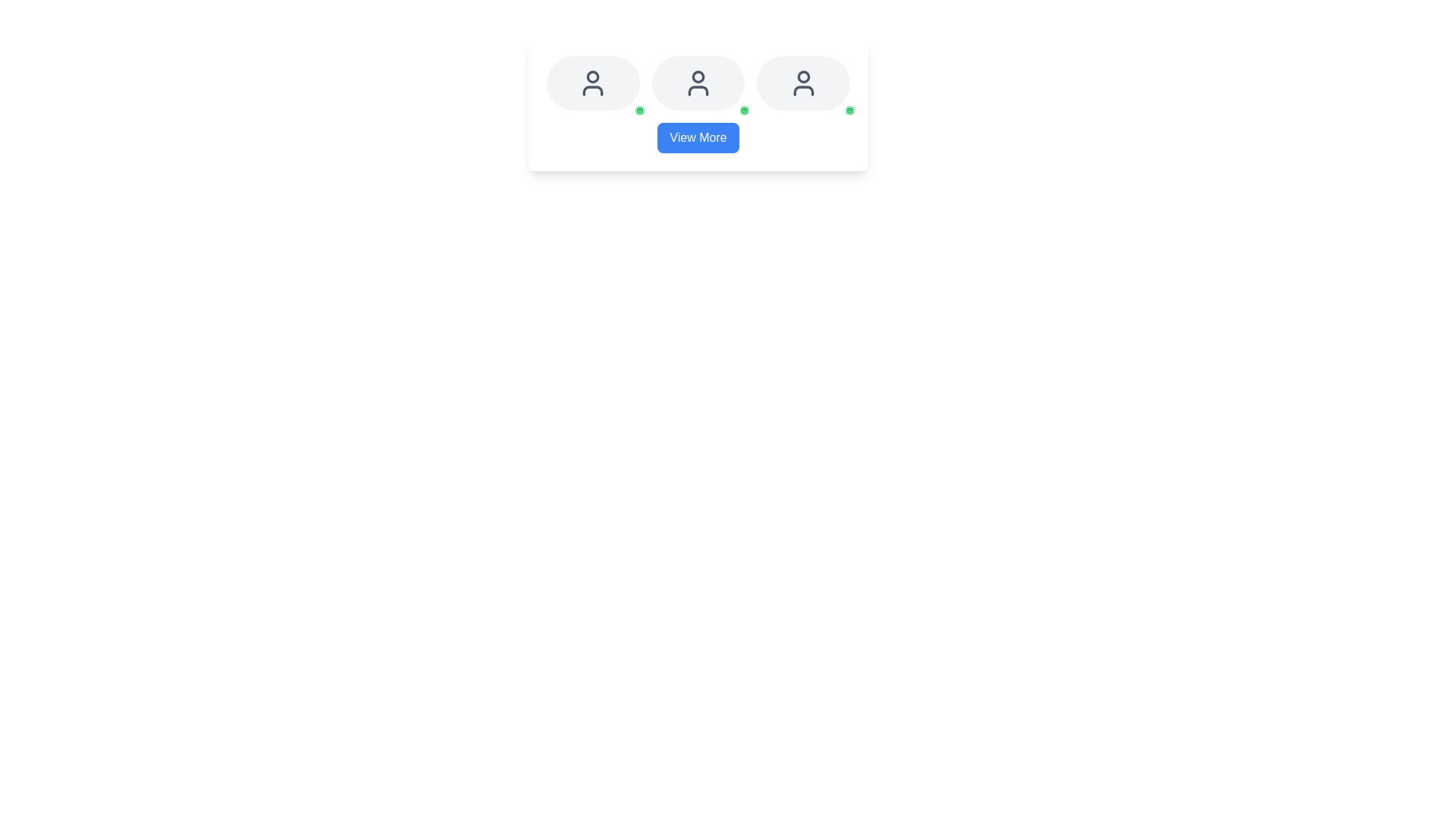  Describe the element at coordinates (849, 110) in the screenshot. I see `the Status Indicator located in the bottom-right corner of the profile icon, which provides visual feedback about the activity or status` at that location.